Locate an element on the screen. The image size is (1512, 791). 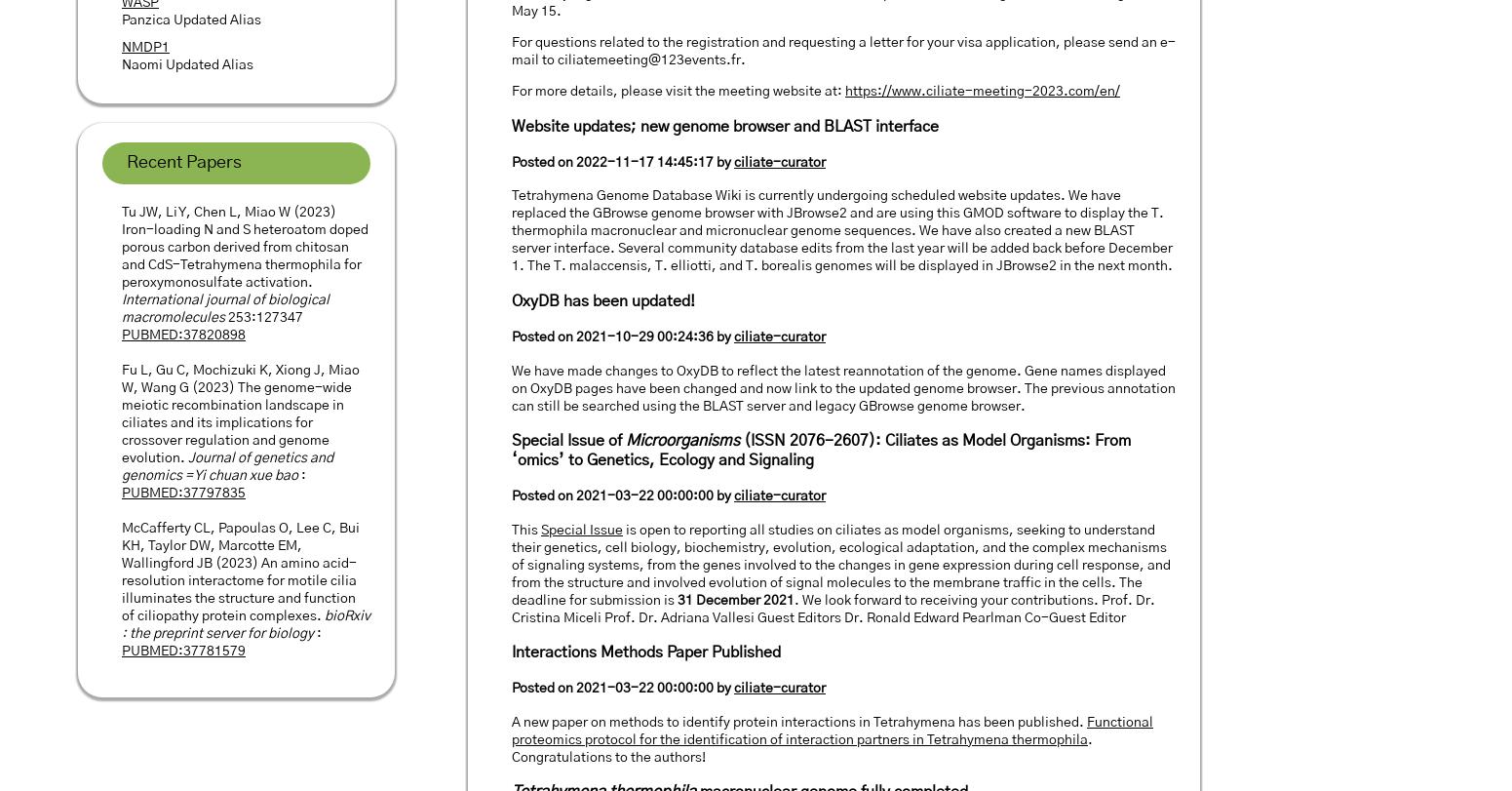
'bioRxiv : the preprint server for biology' is located at coordinates (246, 624).